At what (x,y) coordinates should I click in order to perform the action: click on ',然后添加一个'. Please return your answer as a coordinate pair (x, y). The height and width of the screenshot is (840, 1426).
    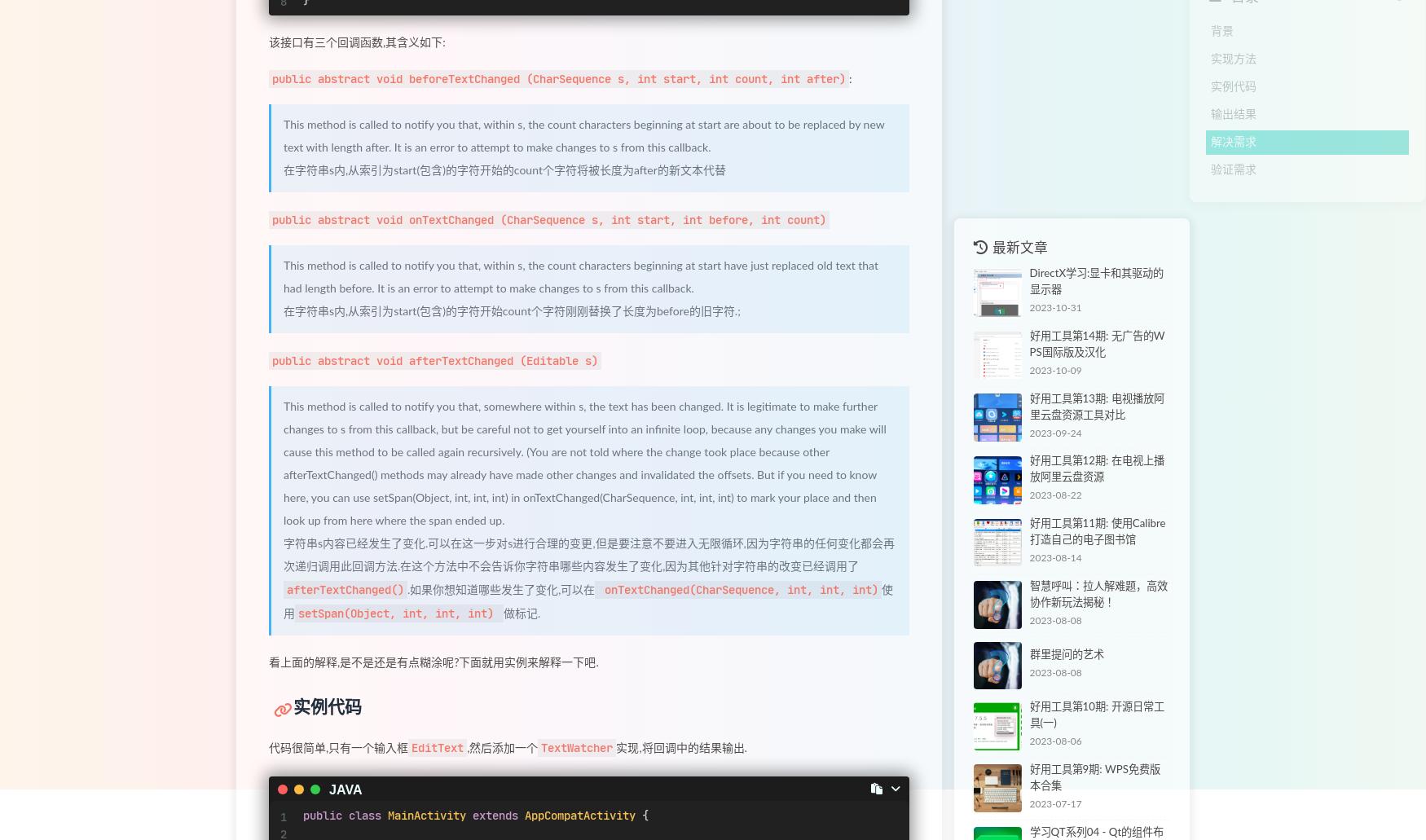
    Looking at the image, I should click on (466, 749).